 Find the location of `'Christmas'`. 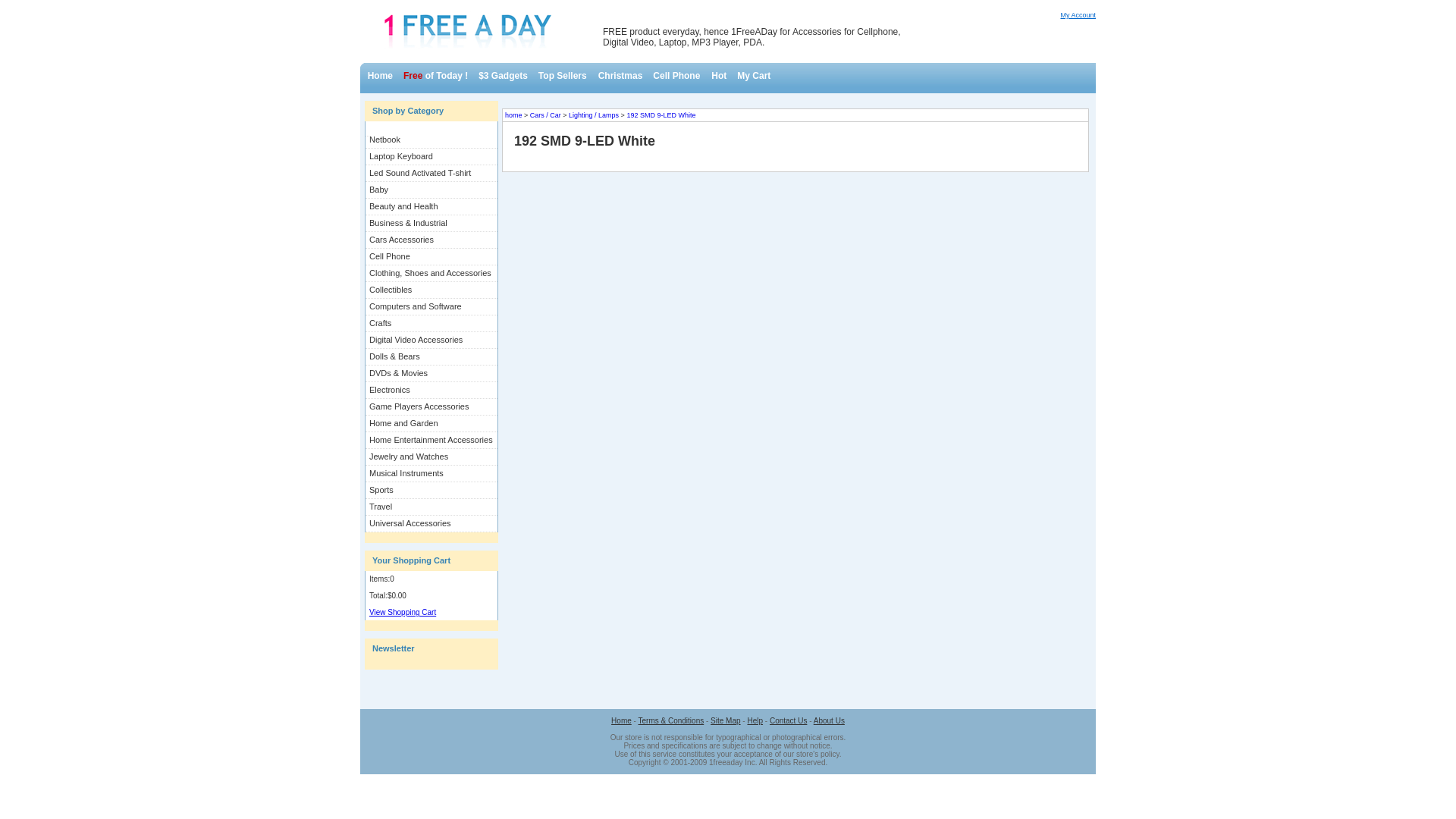

'Christmas' is located at coordinates (620, 76).